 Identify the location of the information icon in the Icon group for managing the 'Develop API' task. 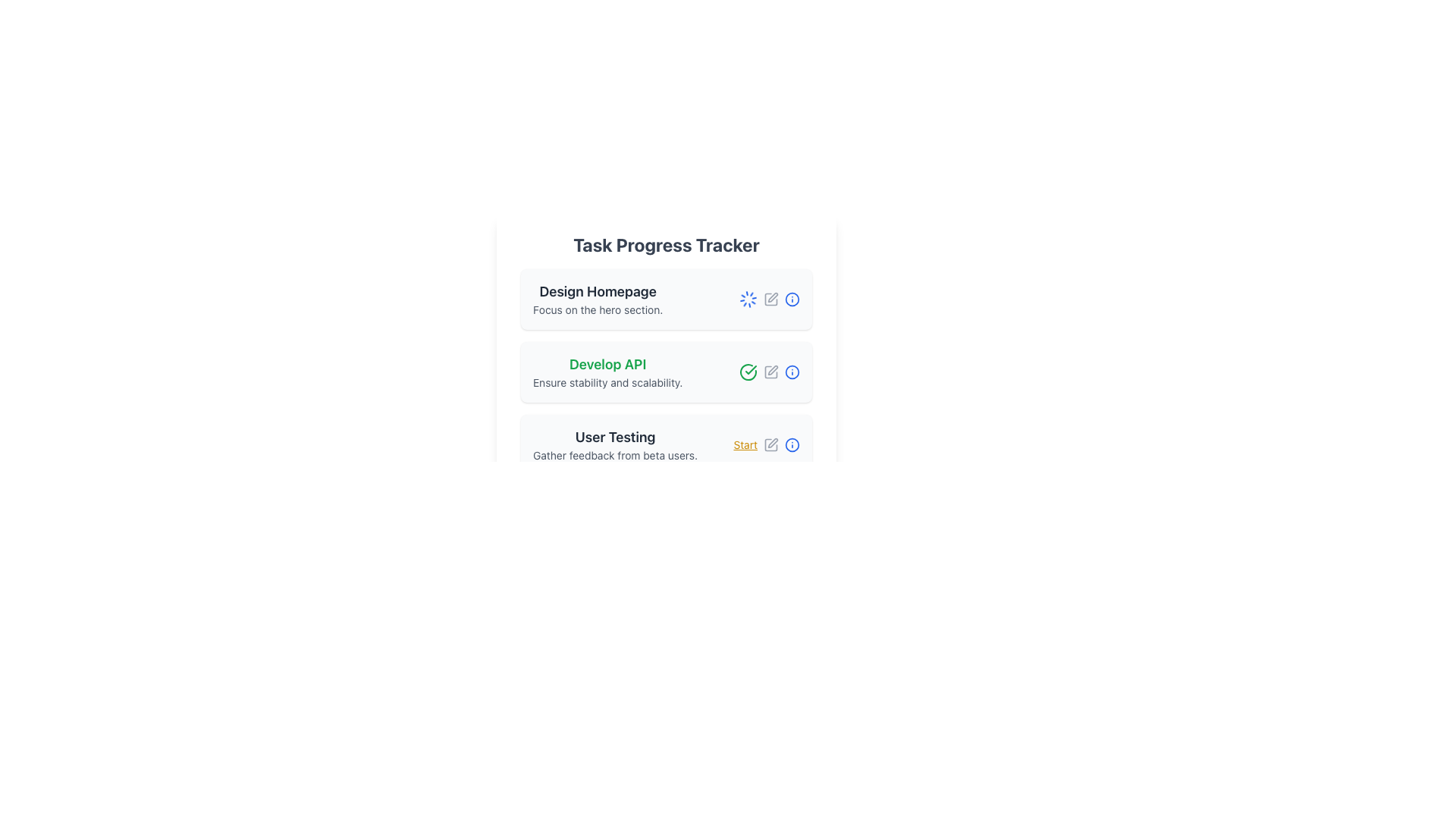
(769, 372).